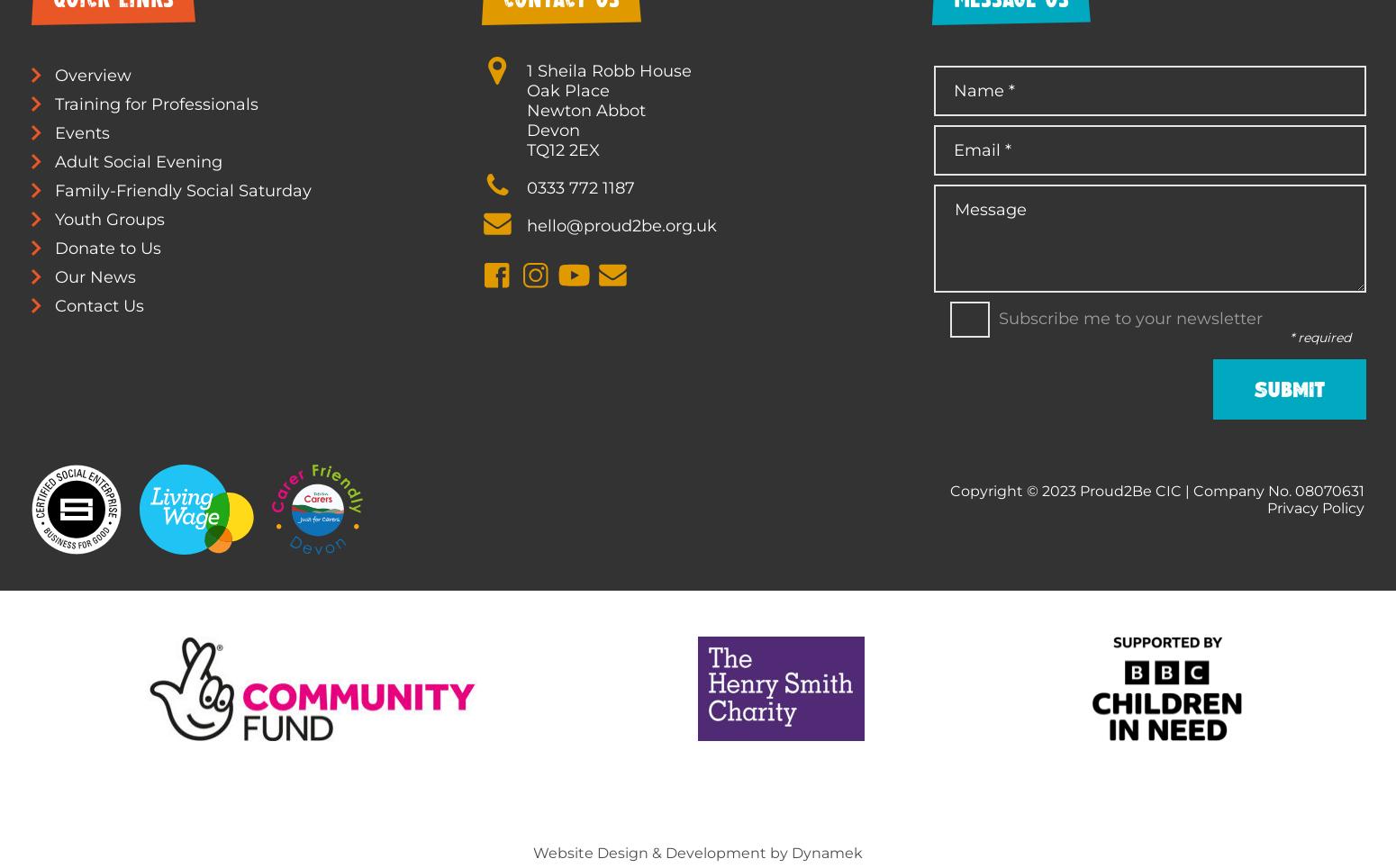  Describe the element at coordinates (996, 317) in the screenshot. I see `'Subscribe me to your newsletter'` at that location.